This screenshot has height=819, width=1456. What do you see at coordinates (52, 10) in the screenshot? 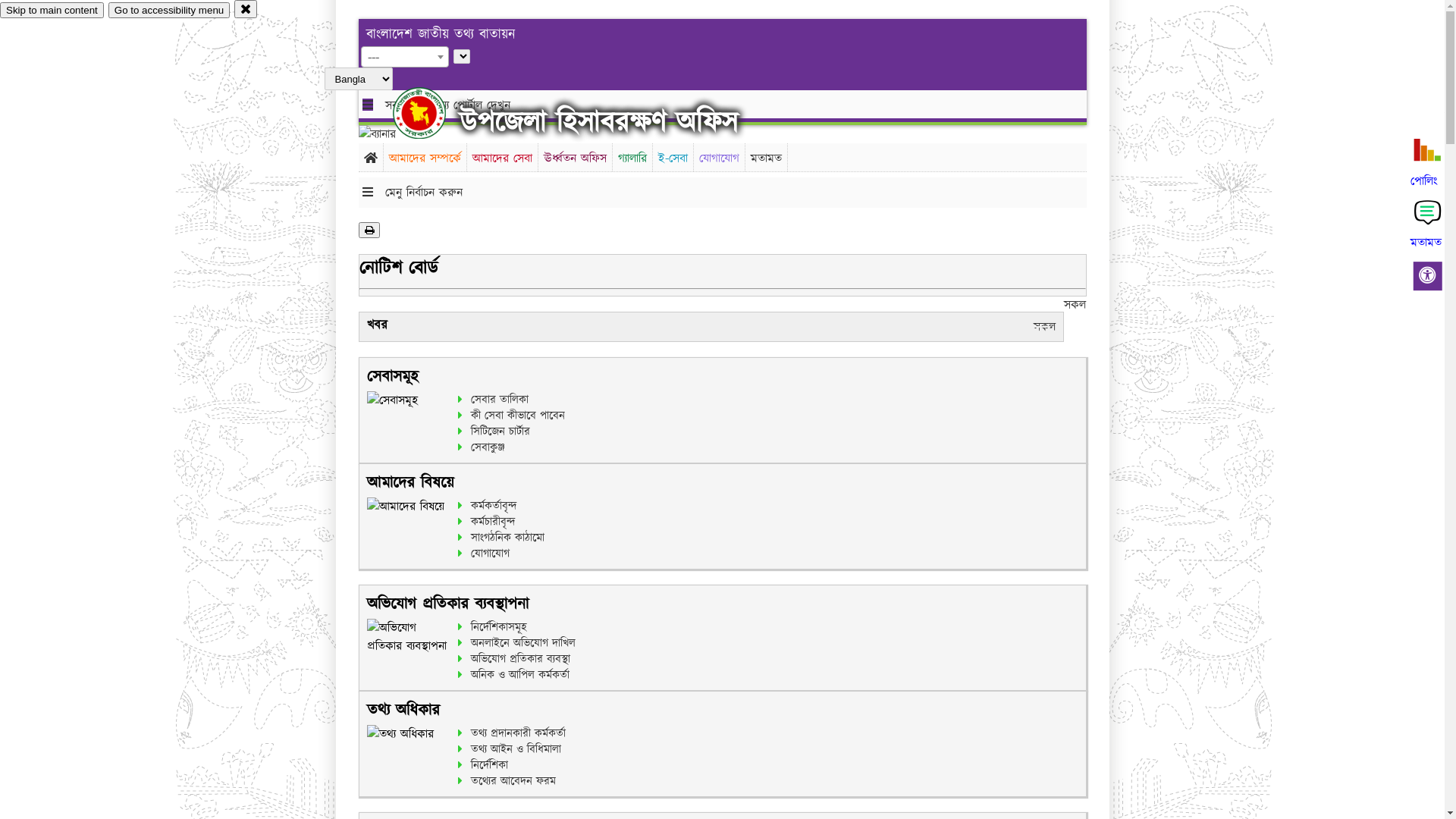
I see `'Skip to main content'` at bounding box center [52, 10].